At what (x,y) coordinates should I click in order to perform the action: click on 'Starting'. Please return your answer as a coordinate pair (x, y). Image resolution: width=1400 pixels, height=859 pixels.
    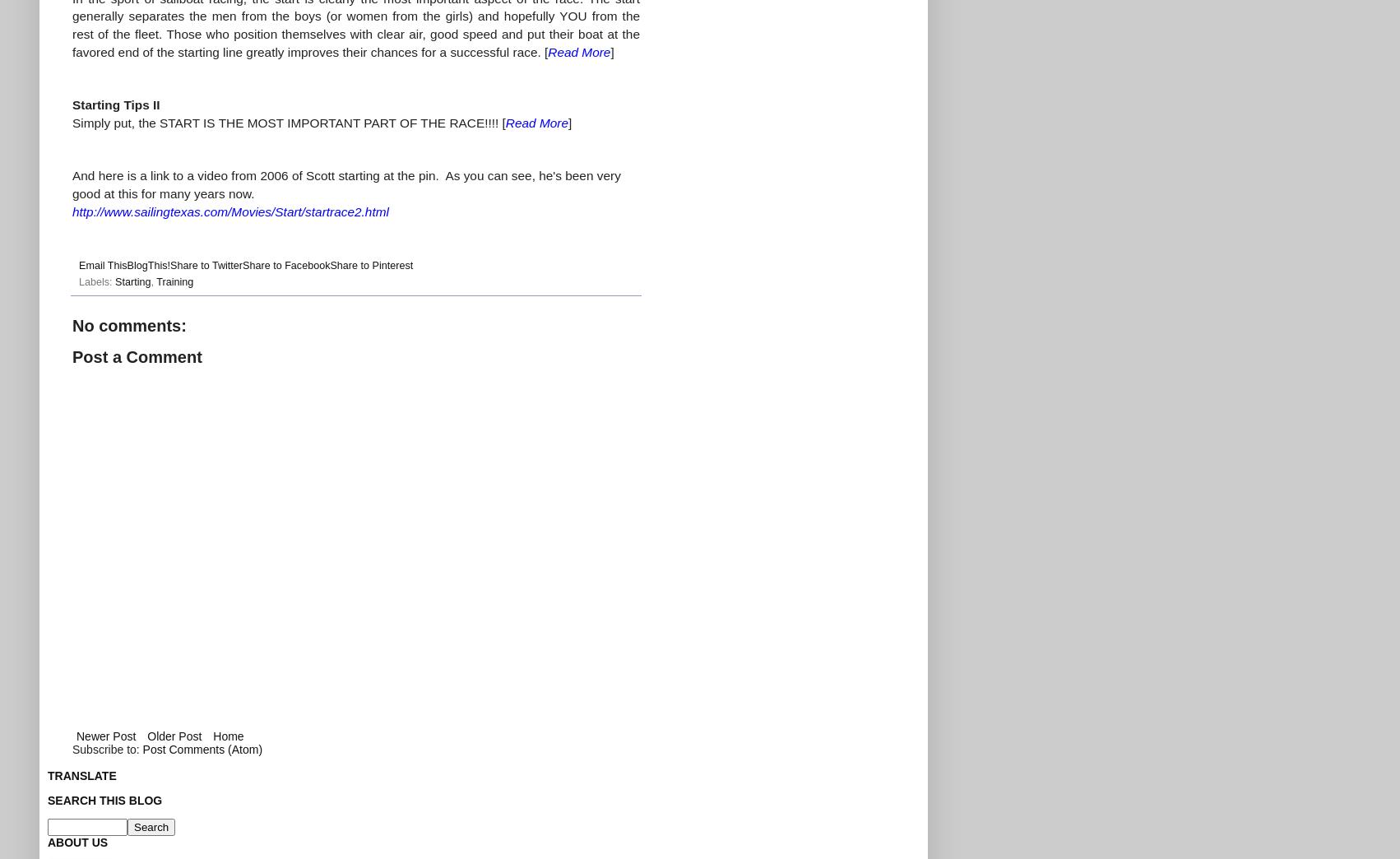
    Looking at the image, I should click on (132, 281).